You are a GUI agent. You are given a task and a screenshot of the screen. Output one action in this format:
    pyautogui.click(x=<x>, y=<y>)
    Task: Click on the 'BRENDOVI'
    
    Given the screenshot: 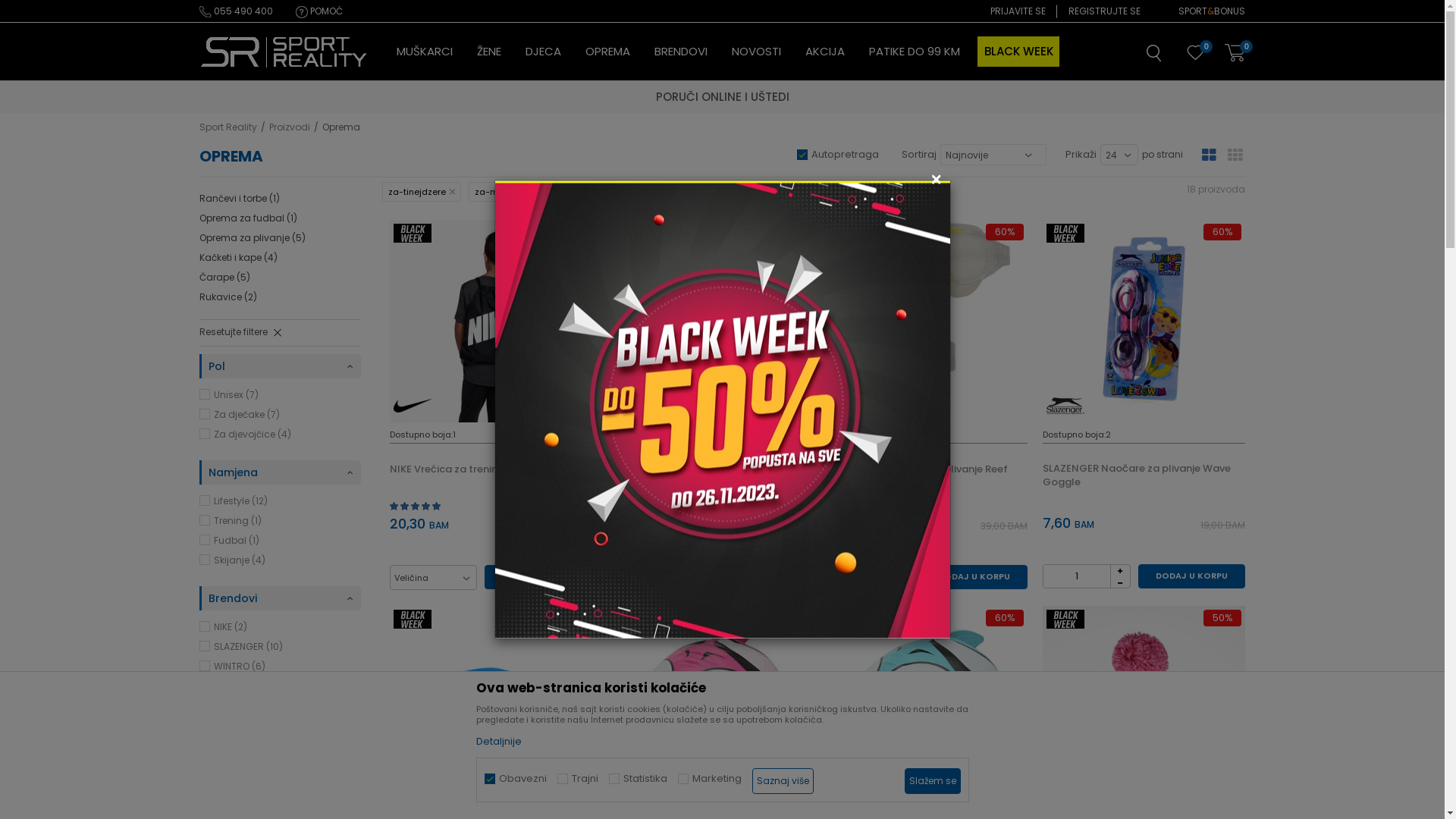 What is the action you would take?
    pyautogui.click(x=679, y=51)
    